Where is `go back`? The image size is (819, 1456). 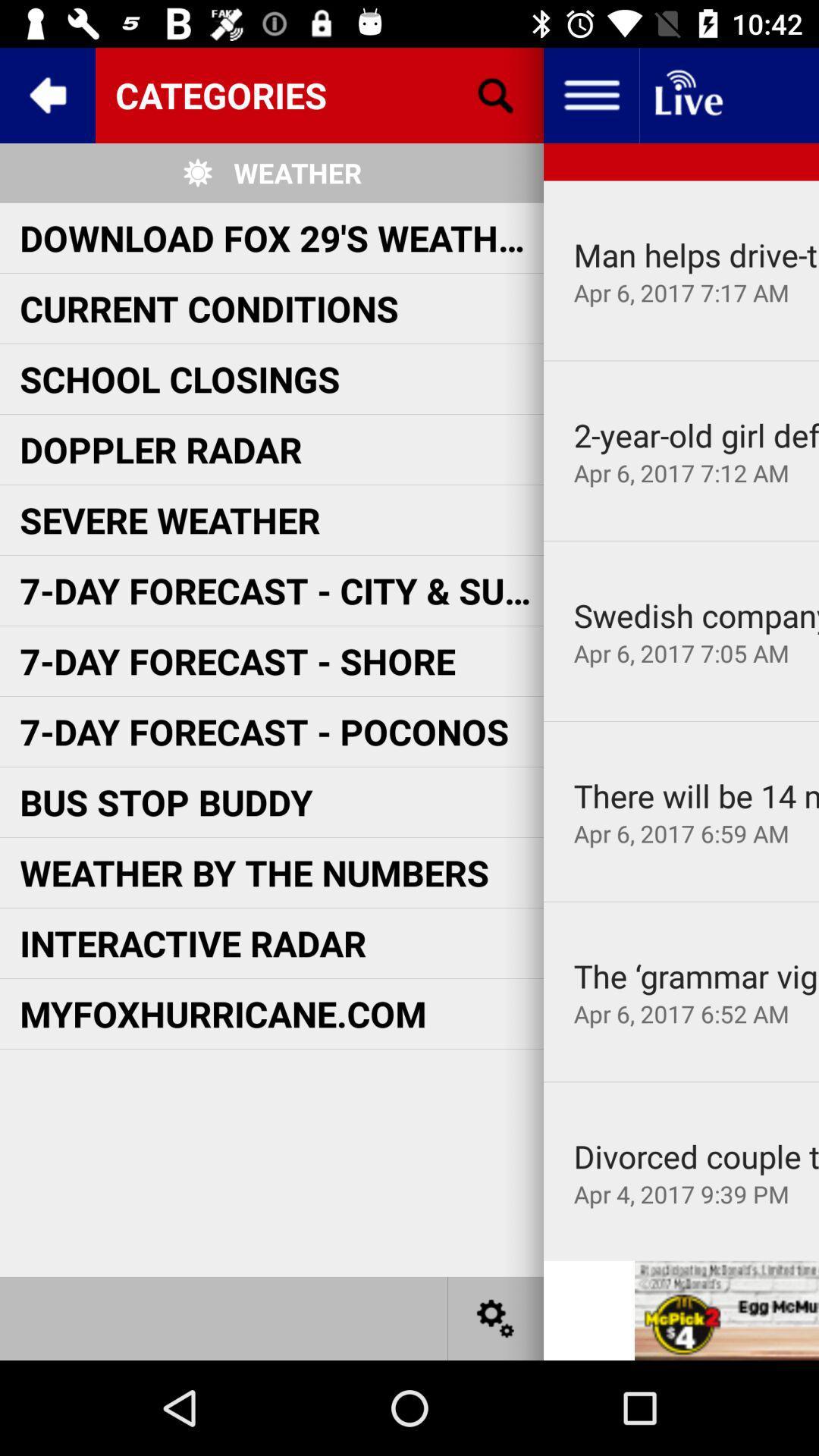
go back is located at coordinates (46, 94).